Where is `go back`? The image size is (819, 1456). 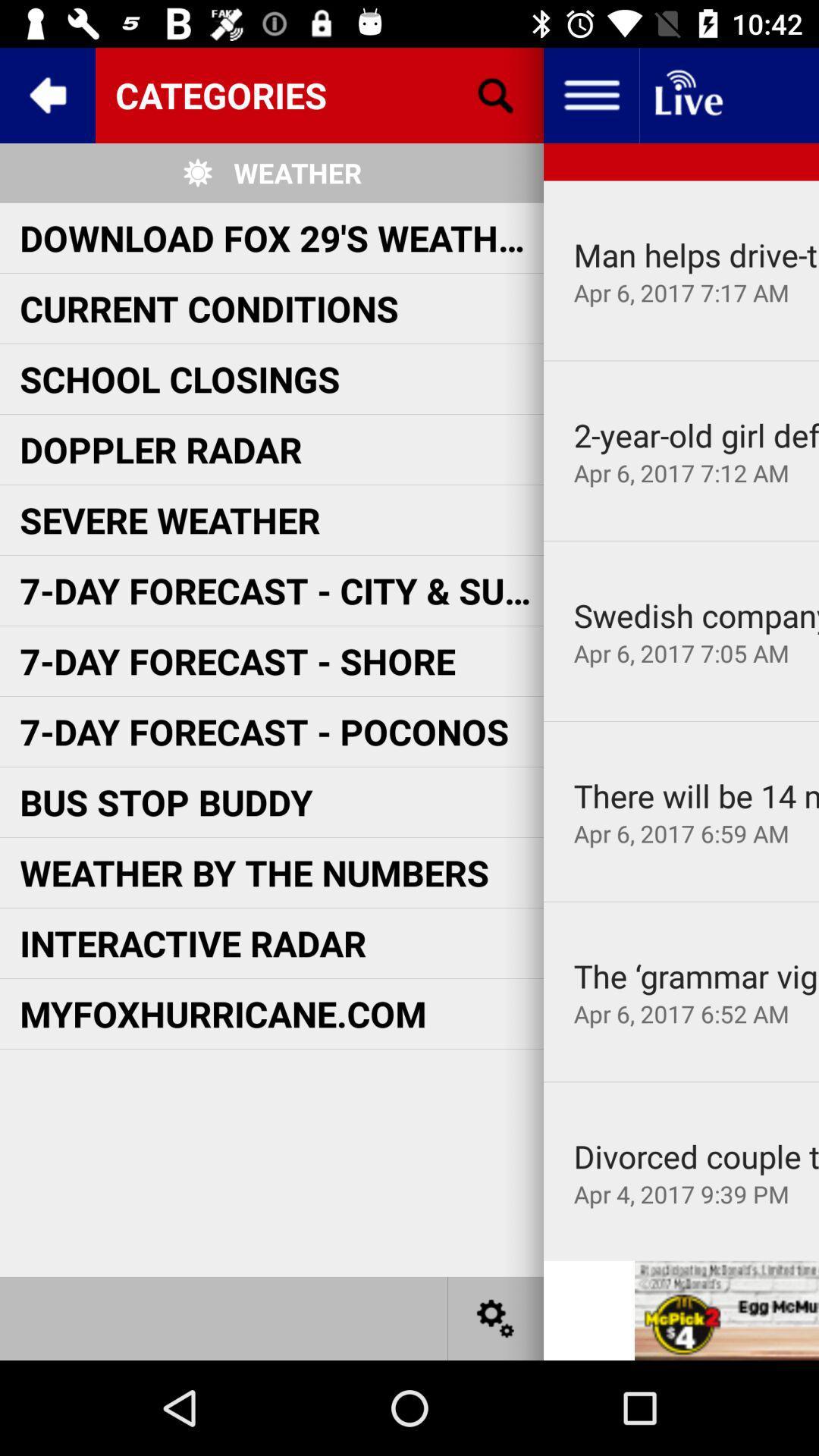
go back is located at coordinates (46, 94).